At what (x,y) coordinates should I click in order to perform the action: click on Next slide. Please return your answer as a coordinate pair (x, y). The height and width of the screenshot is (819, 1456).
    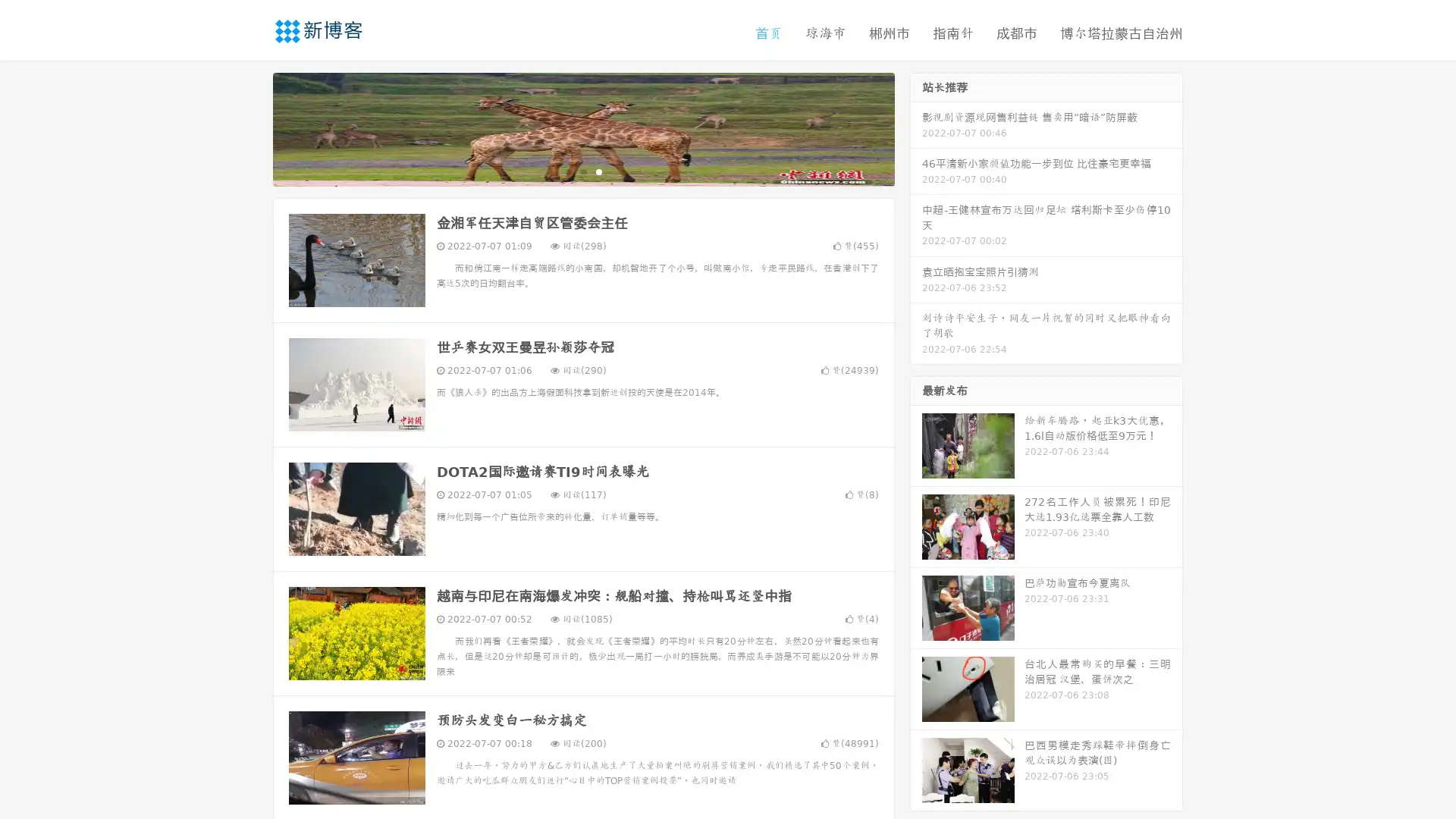
    Looking at the image, I should click on (916, 127).